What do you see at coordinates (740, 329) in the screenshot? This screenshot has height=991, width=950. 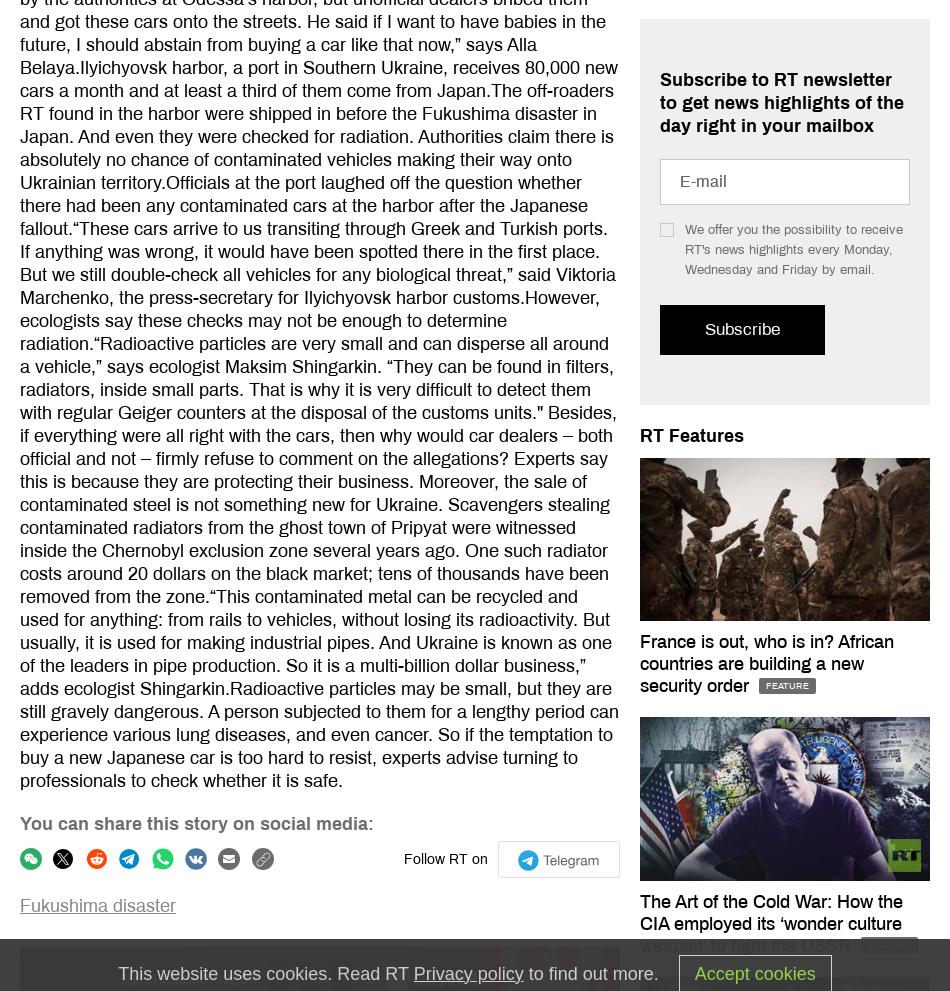 I see `'Subscribe'` at bounding box center [740, 329].